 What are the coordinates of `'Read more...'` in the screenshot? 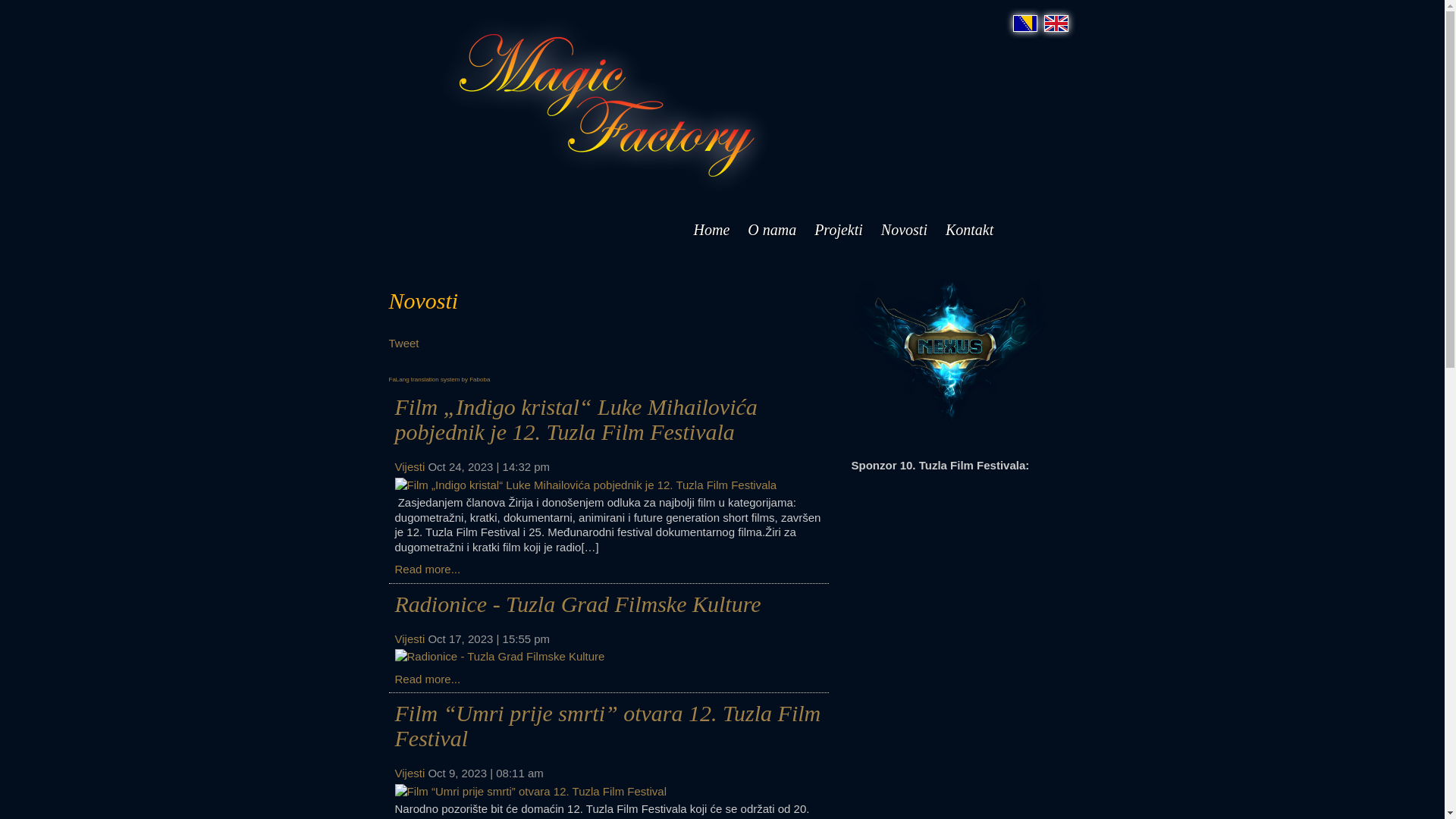 It's located at (426, 677).